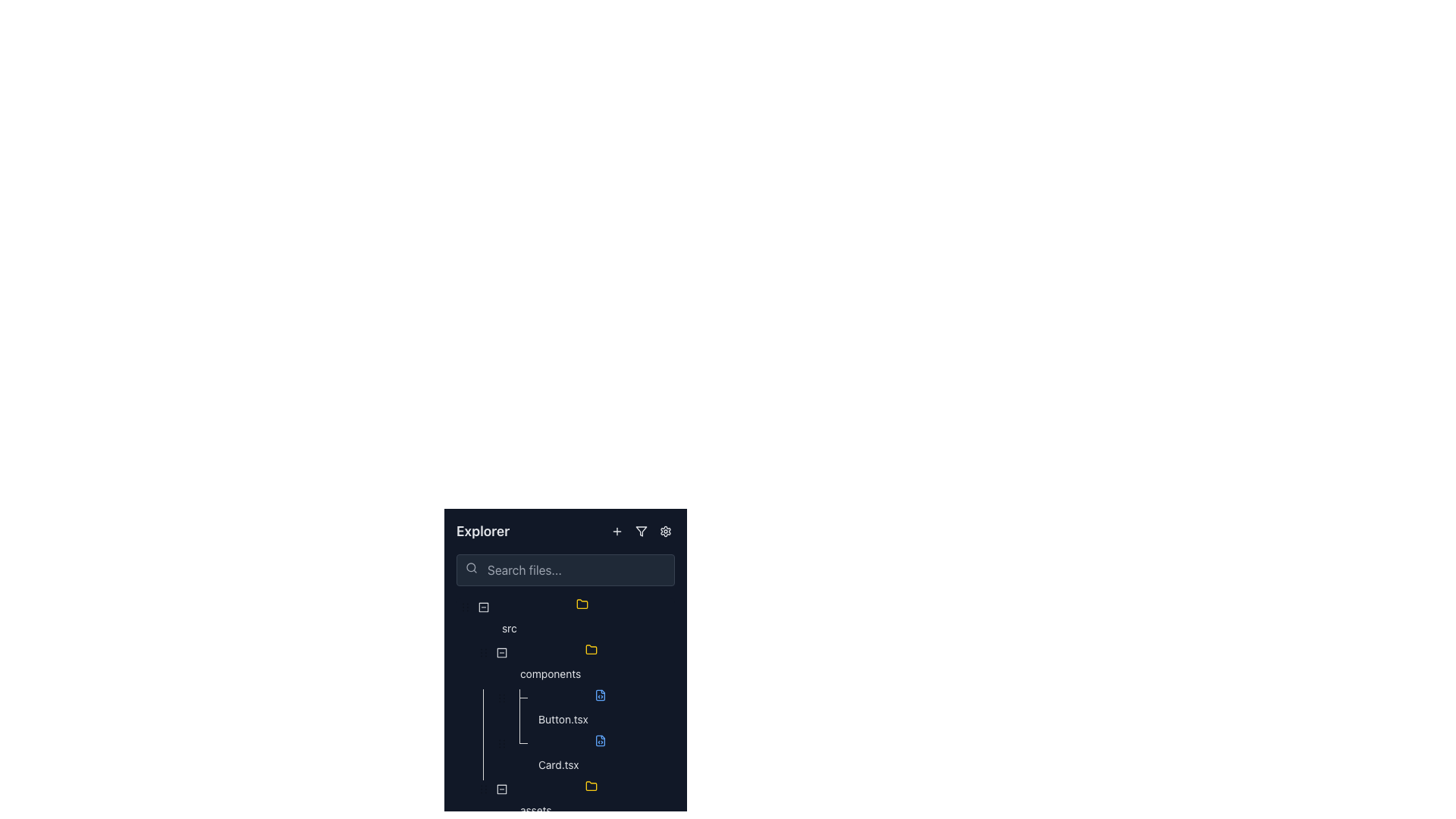  I want to click on the file named 'Card.tsx' within the file explorer UI, so click(564, 755).